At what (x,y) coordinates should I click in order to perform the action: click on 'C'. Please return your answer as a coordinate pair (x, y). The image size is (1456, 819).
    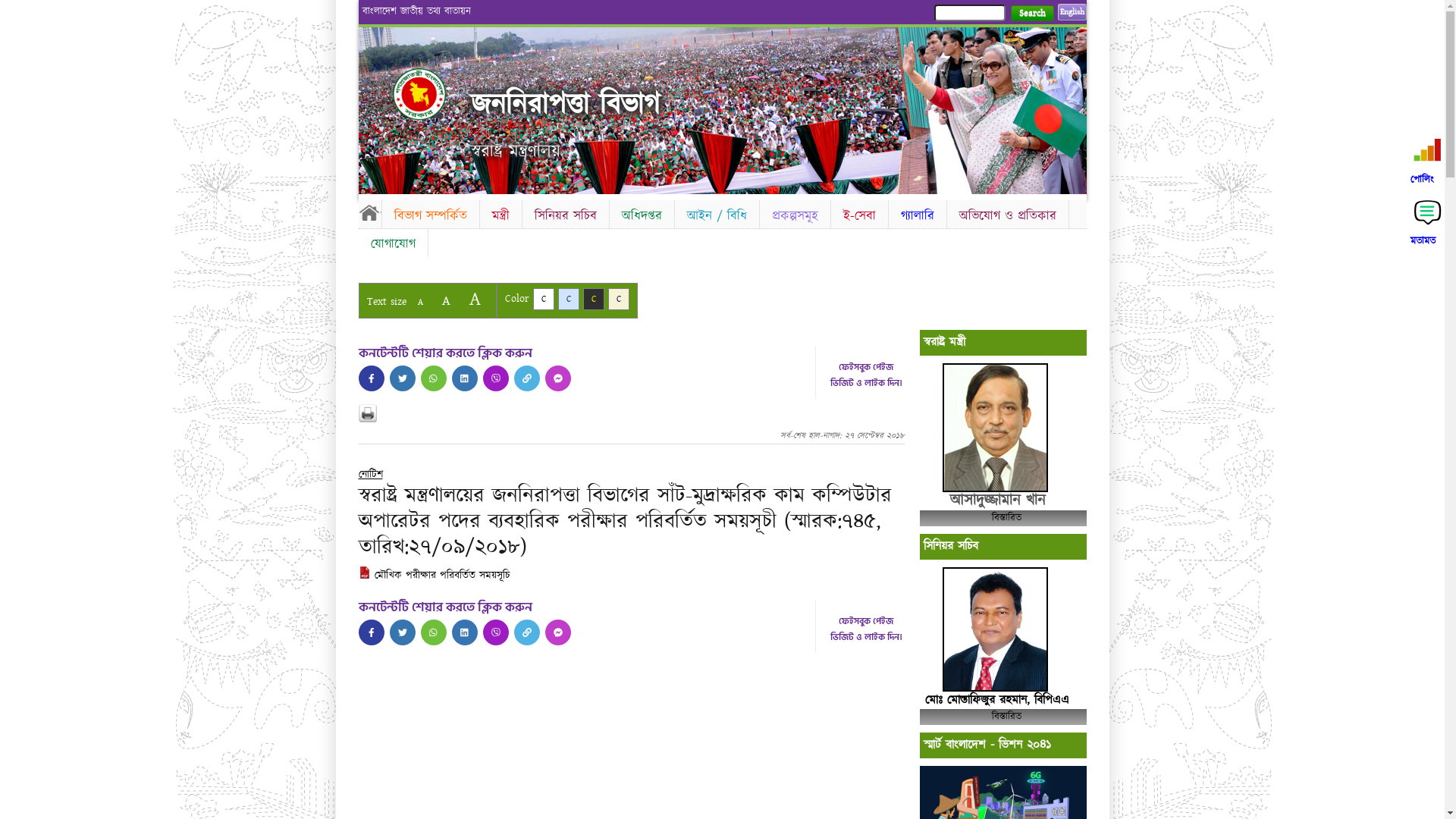
    Looking at the image, I should click on (542, 299).